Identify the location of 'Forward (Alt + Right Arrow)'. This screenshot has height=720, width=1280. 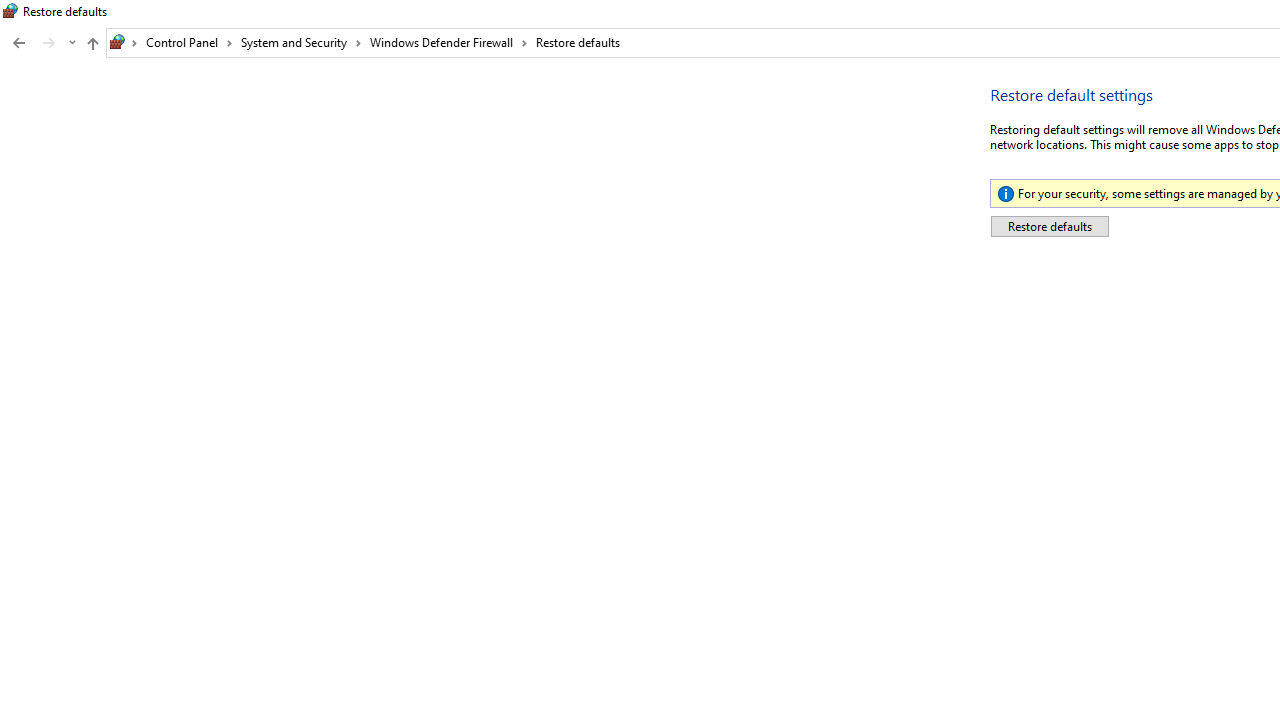
(49, 43).